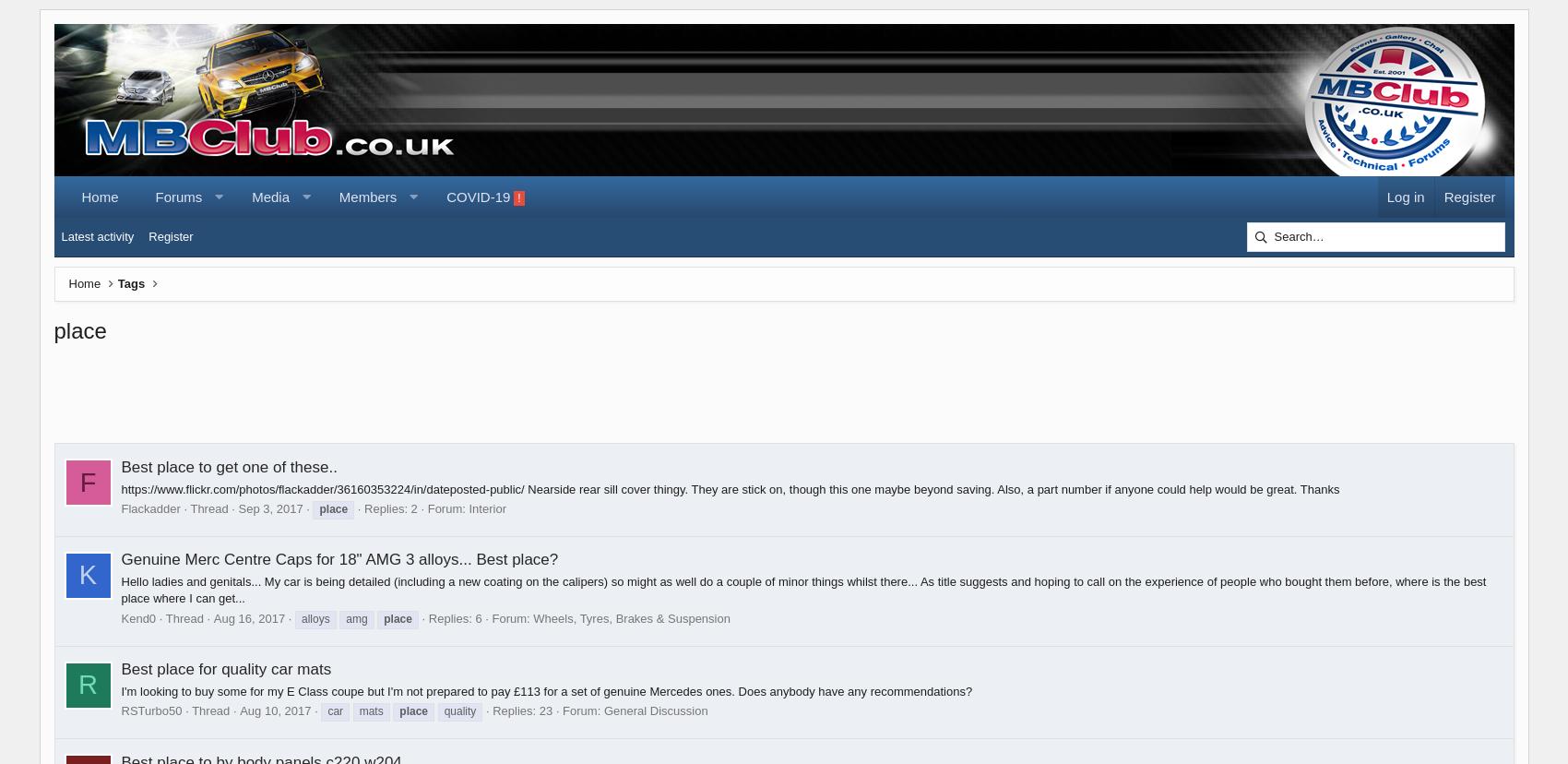 The image size is (1568, 764). I want to click on 'mats', so click(370, 711).